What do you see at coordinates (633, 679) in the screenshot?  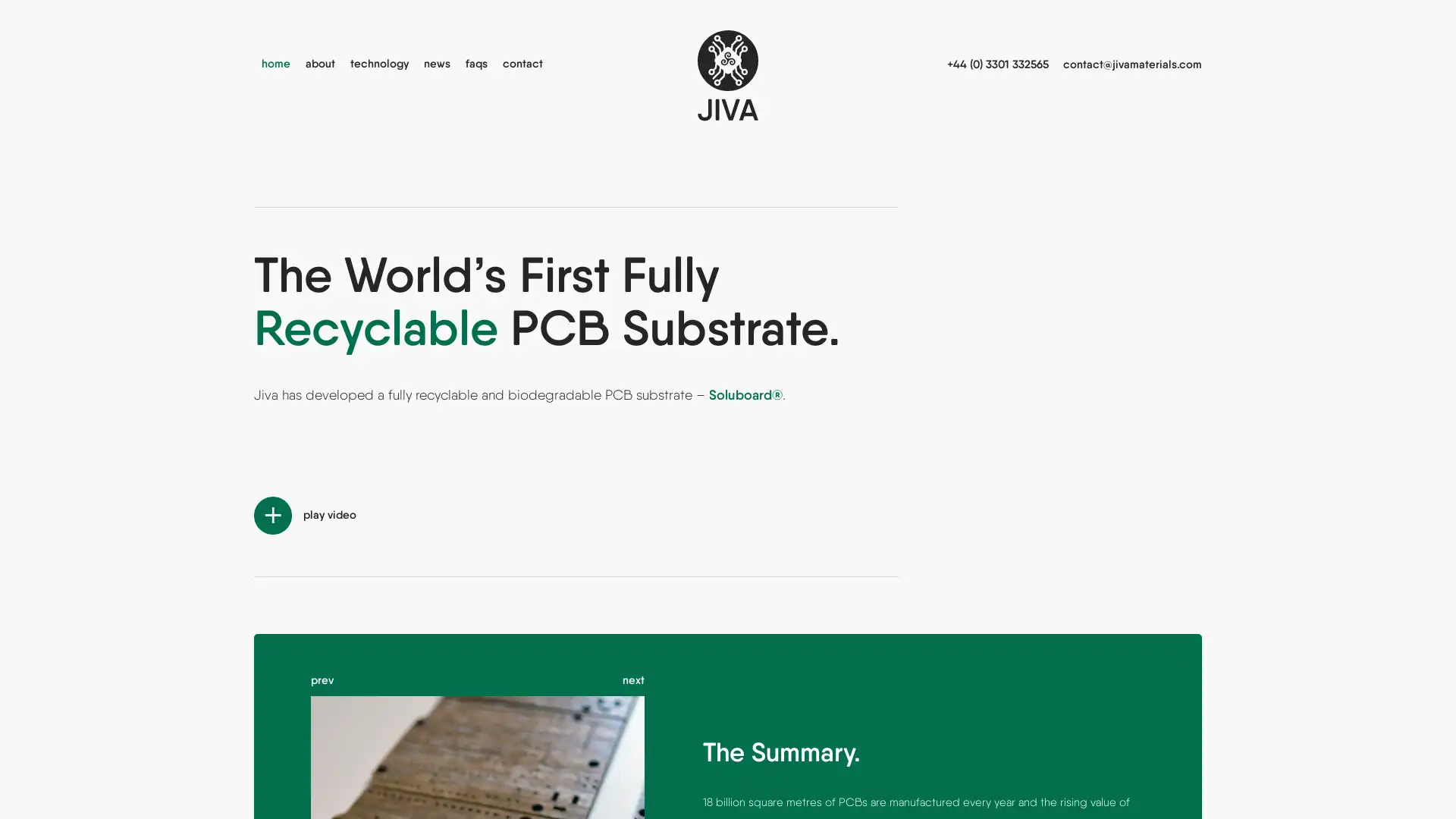 I see `next` at bounding box center [633, 679].